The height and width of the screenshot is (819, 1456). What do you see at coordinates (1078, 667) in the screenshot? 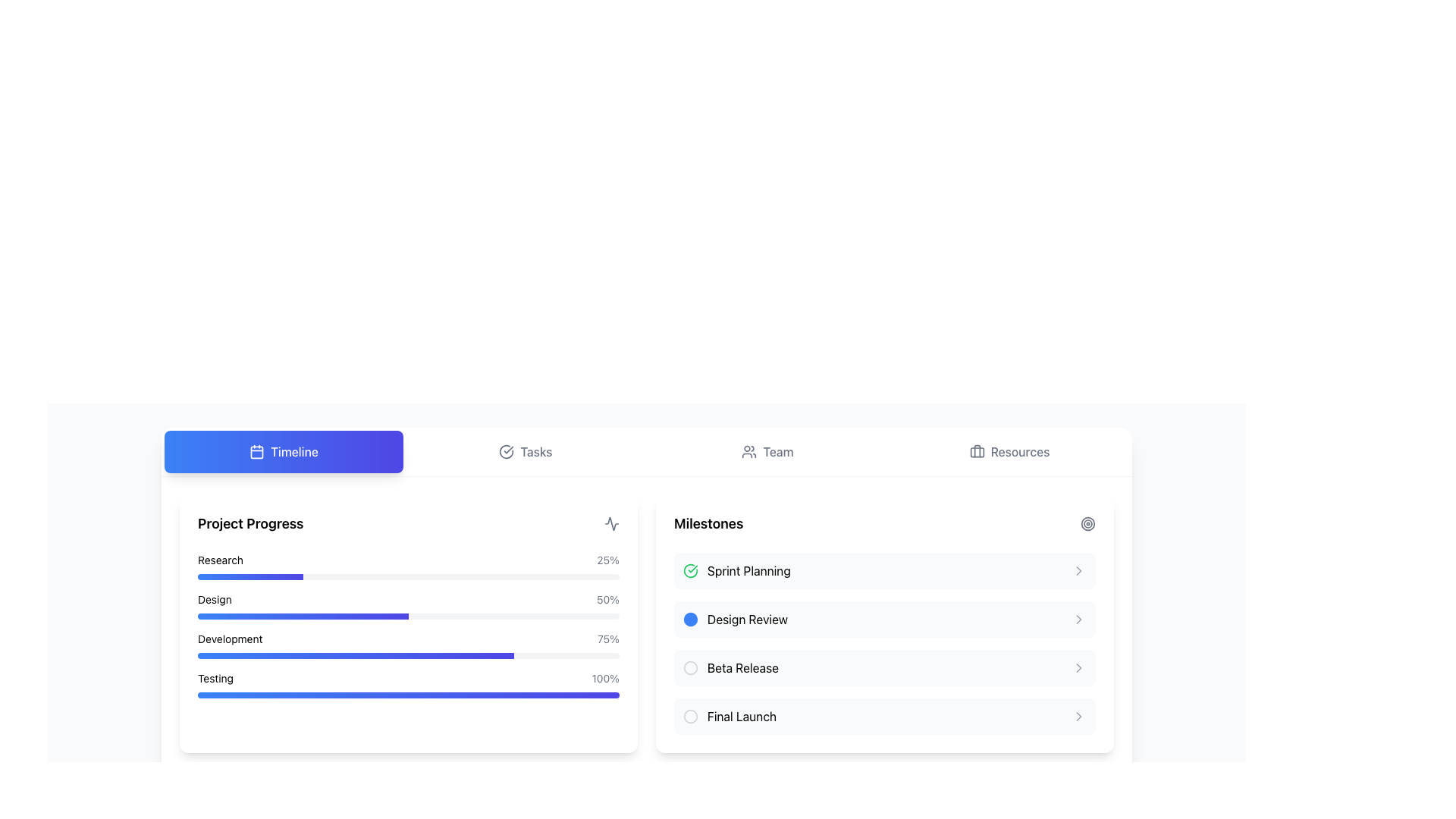
I see `the navigational icon (Chevron Right Style) located in the 'Milestones' section, next to the 'Beta Release' entry` at bounding box center [1078, 667].